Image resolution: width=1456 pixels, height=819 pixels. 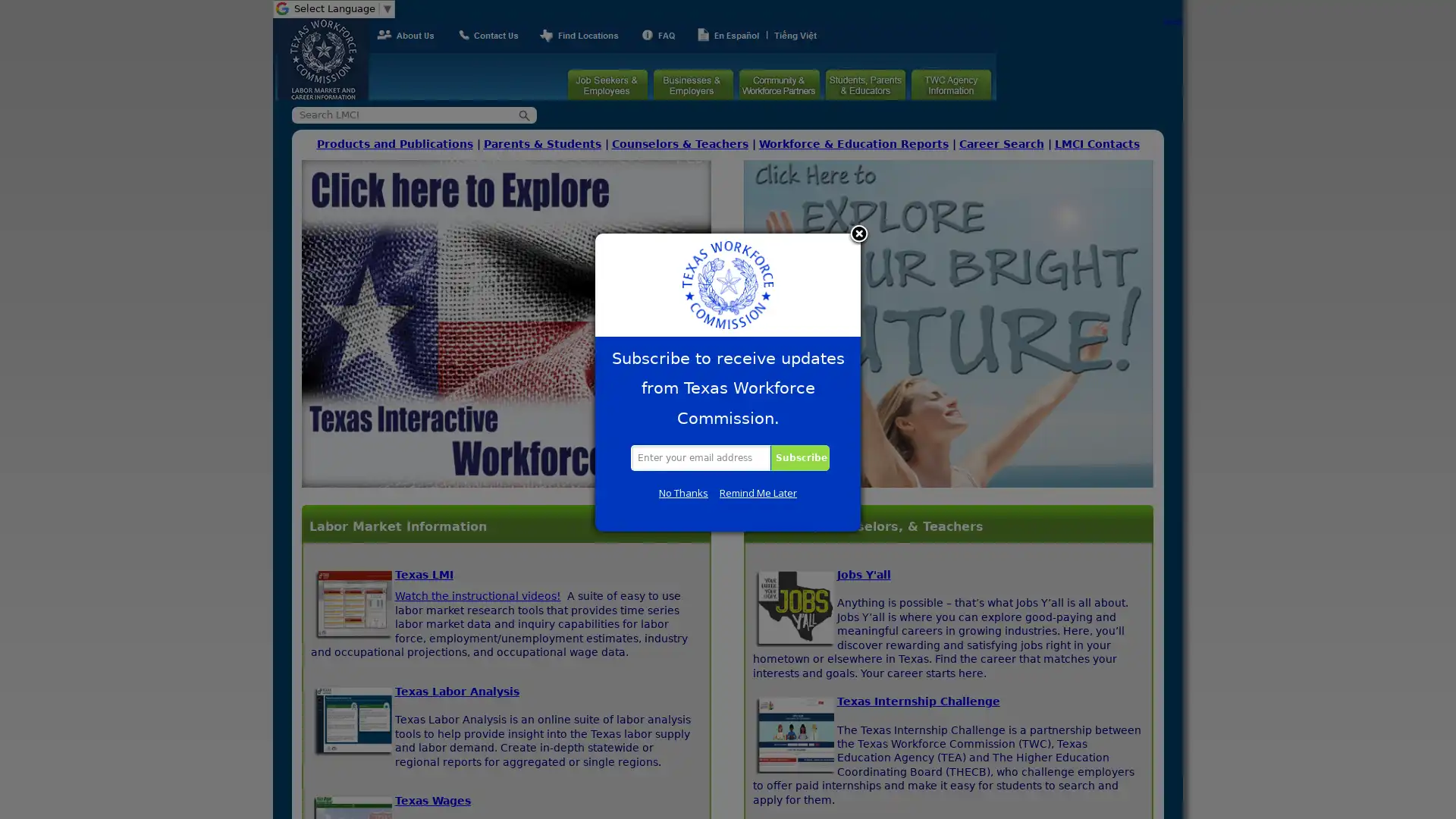 I want to click on Close subscription dialog, so click(x=858, y=234).